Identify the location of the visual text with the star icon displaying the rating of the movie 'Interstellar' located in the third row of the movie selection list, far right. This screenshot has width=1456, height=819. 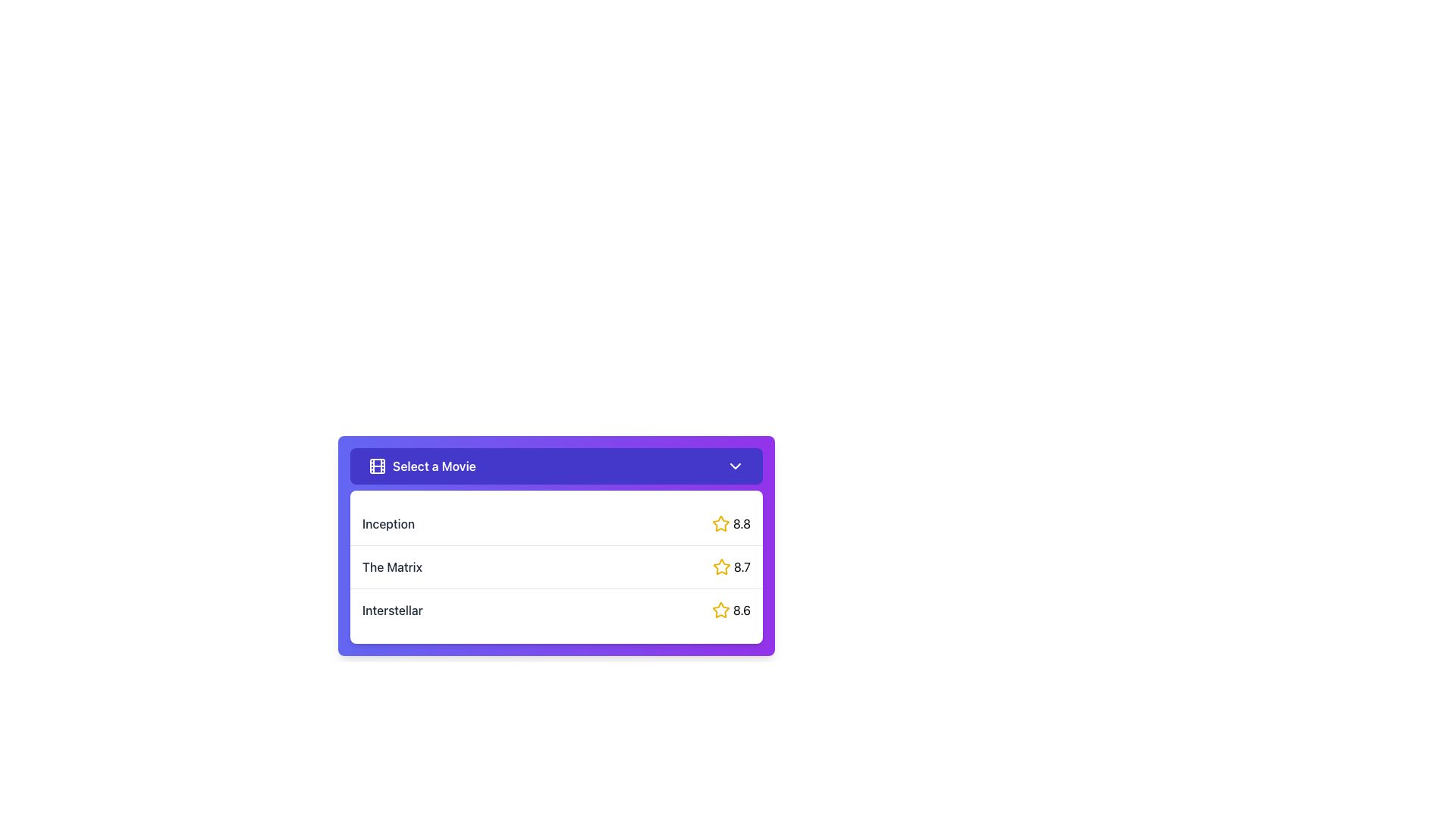
(731, 610).